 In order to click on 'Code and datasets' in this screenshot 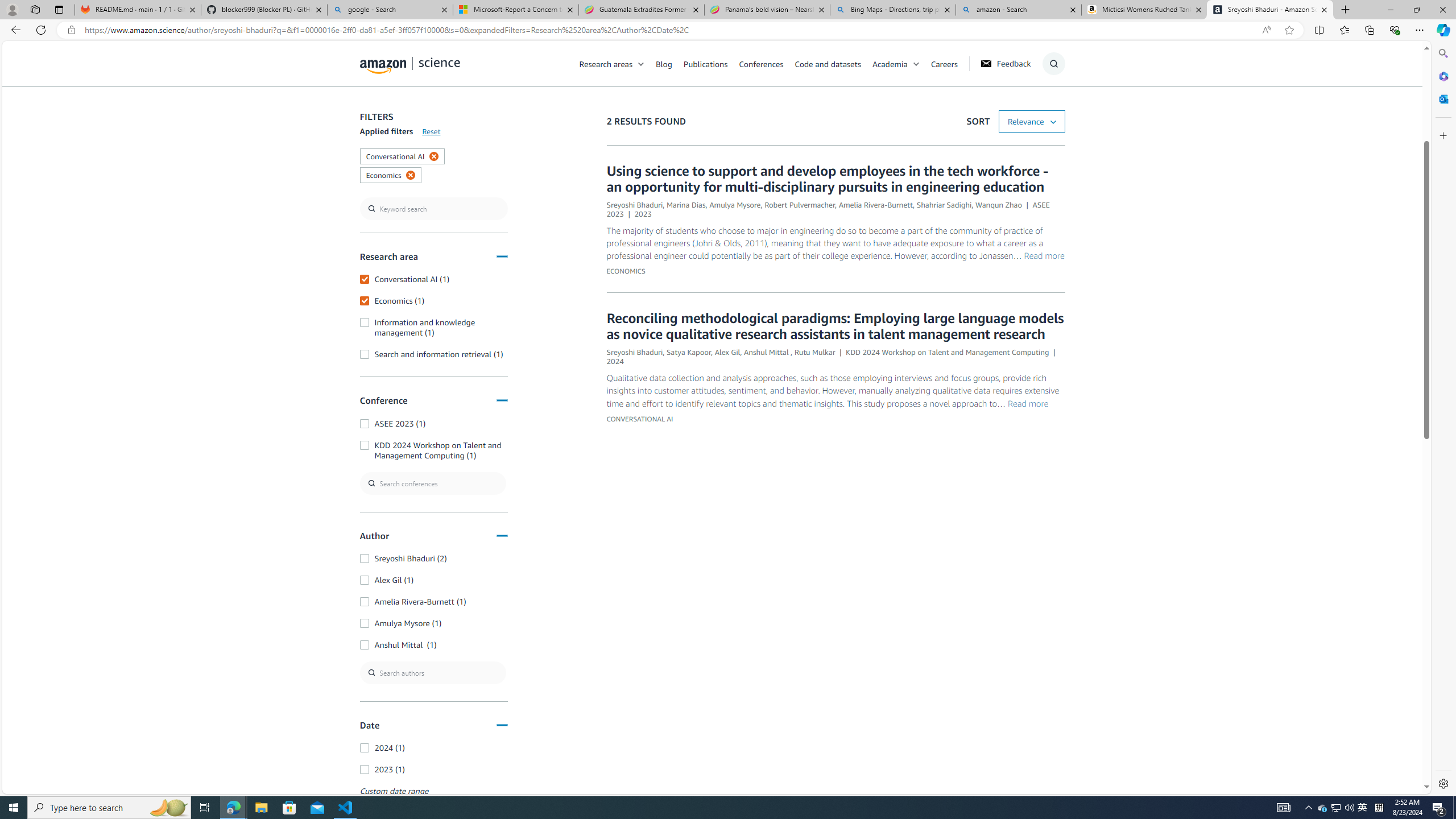, I will do `click(833, 63)`.